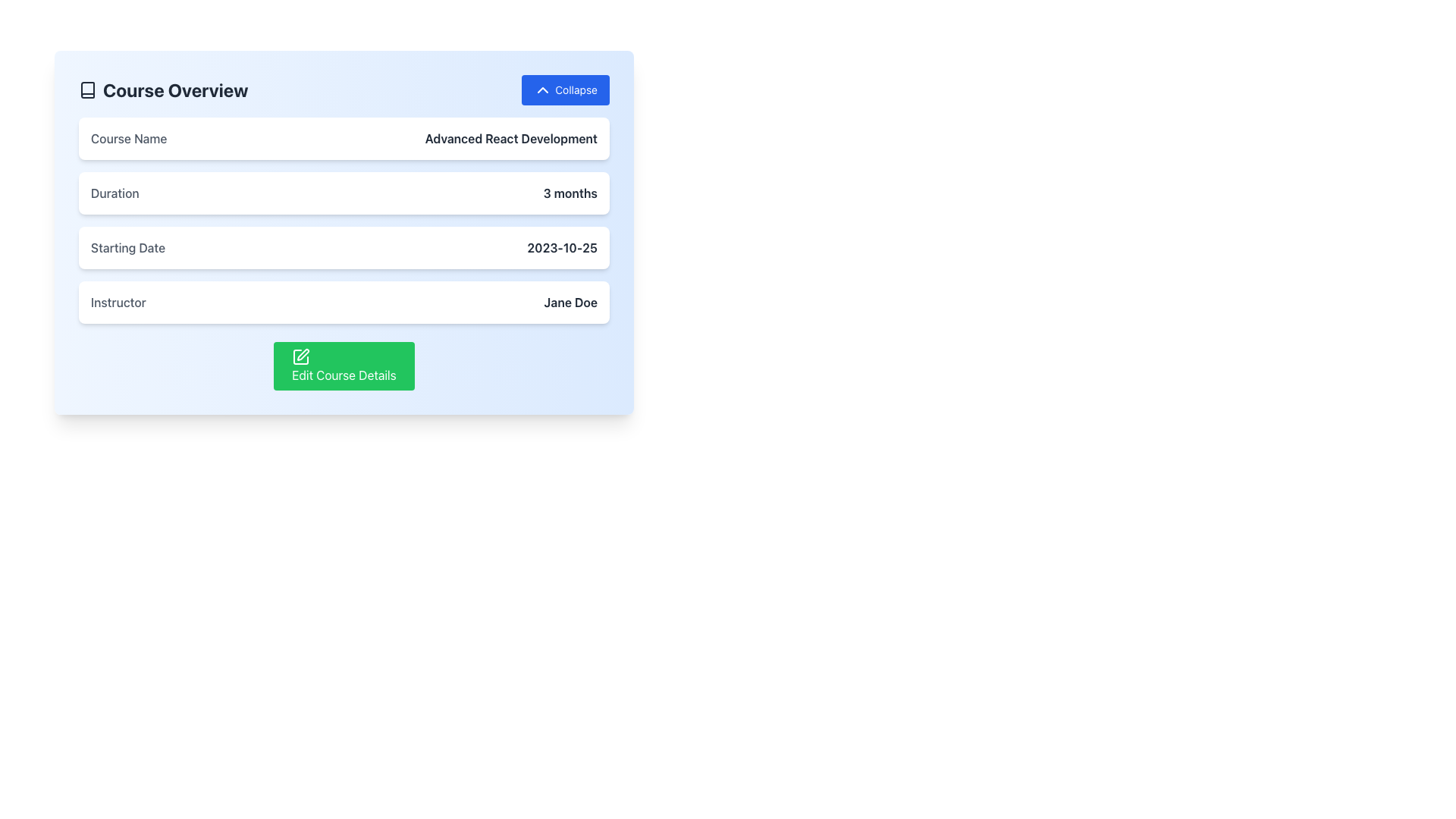 This screenshot has width=1456, height=819. What do you see at coordinates (543, 90) in the screenshot?
I see `the upward-pointing chevron-shaped arrow icon located to the left of the 'Collapse' text label in the blue button` at bounding box center [543, 90].